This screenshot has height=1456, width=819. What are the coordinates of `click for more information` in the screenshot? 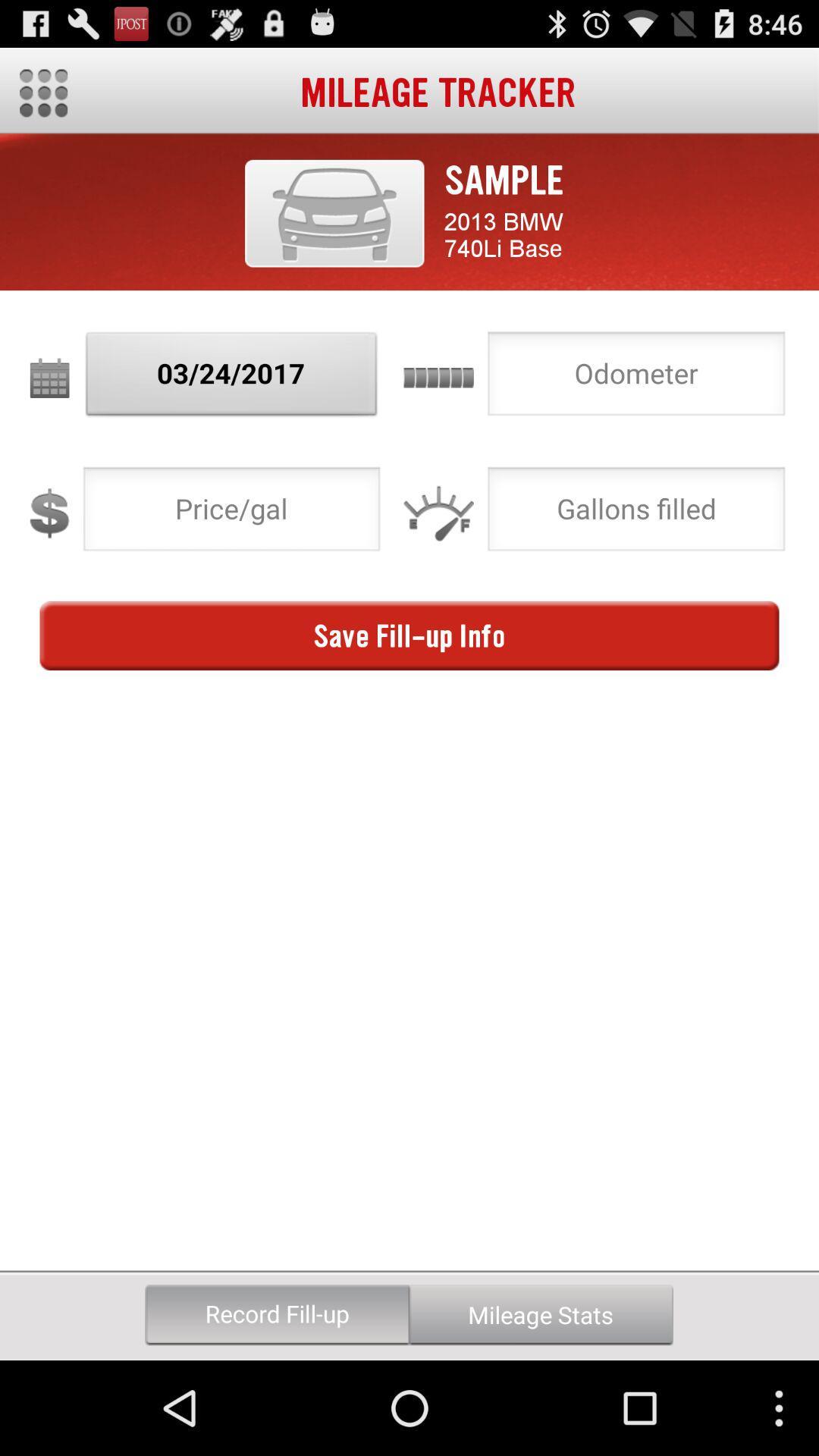 It's located at (334, 212).